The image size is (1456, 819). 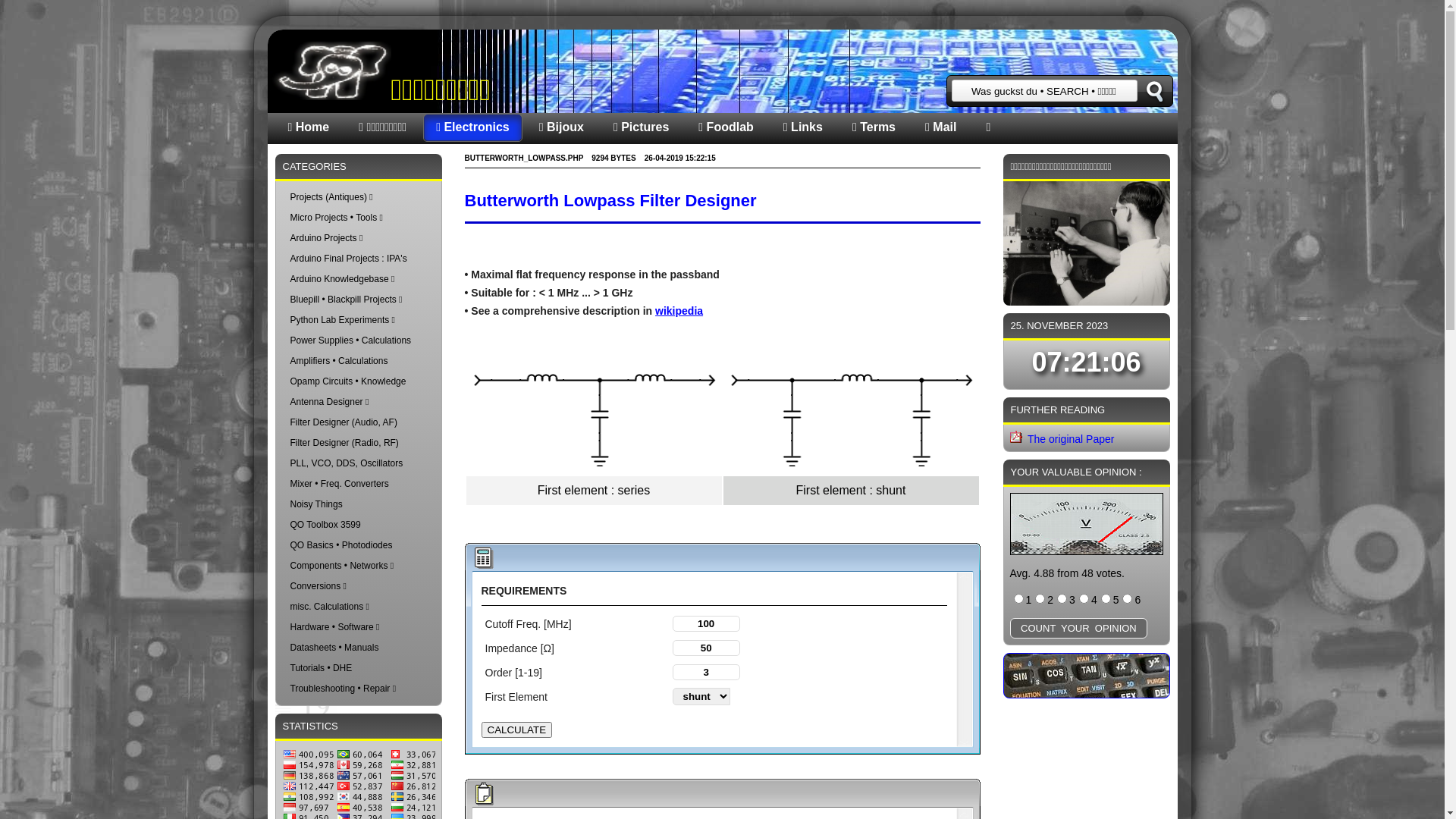 I want to click on 'The original Paper', so click(x=1069, y=438).